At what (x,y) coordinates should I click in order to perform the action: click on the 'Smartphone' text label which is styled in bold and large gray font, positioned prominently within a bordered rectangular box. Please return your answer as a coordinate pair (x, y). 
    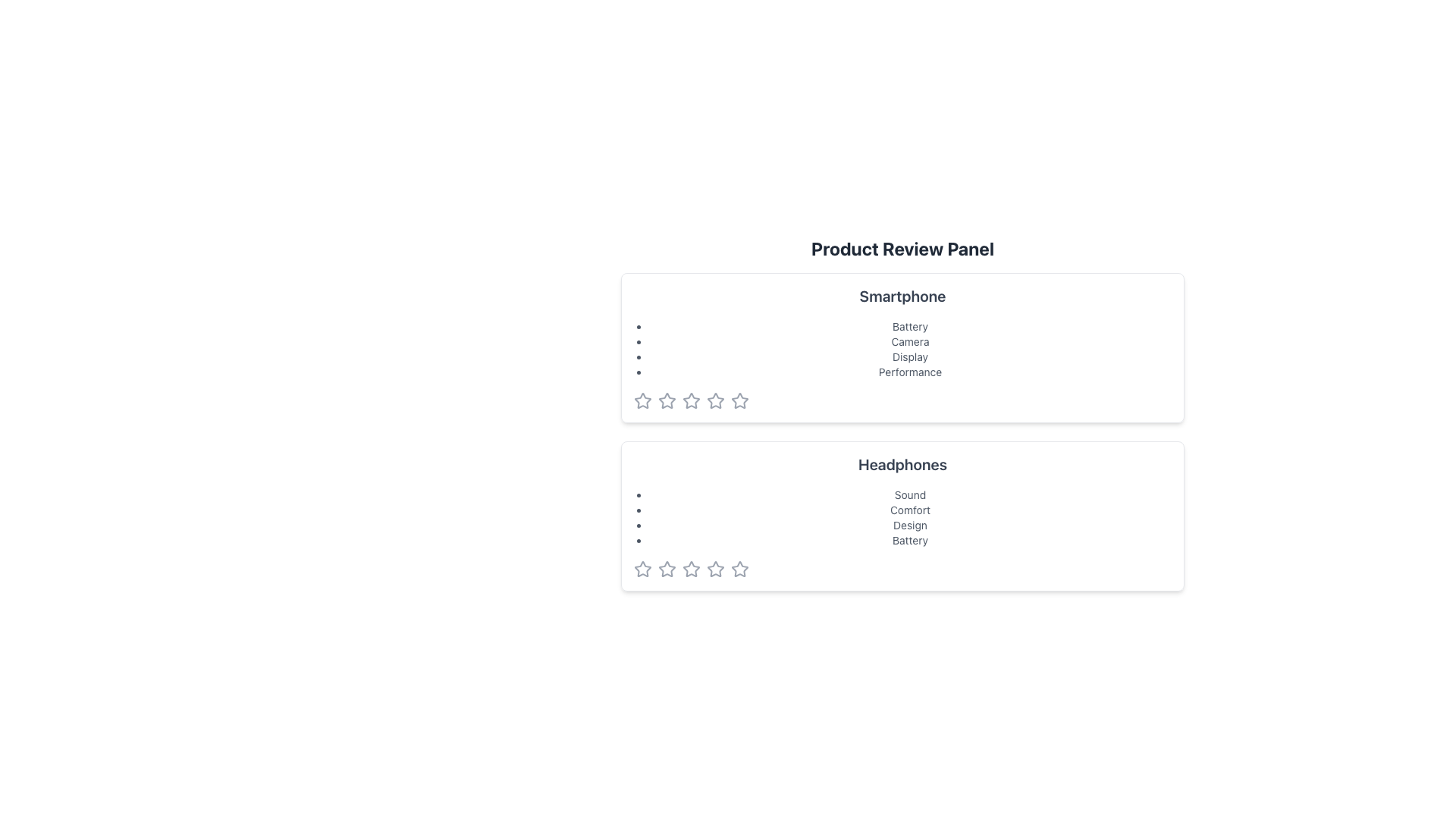
    Looking at the image, I should click on (902, 296).